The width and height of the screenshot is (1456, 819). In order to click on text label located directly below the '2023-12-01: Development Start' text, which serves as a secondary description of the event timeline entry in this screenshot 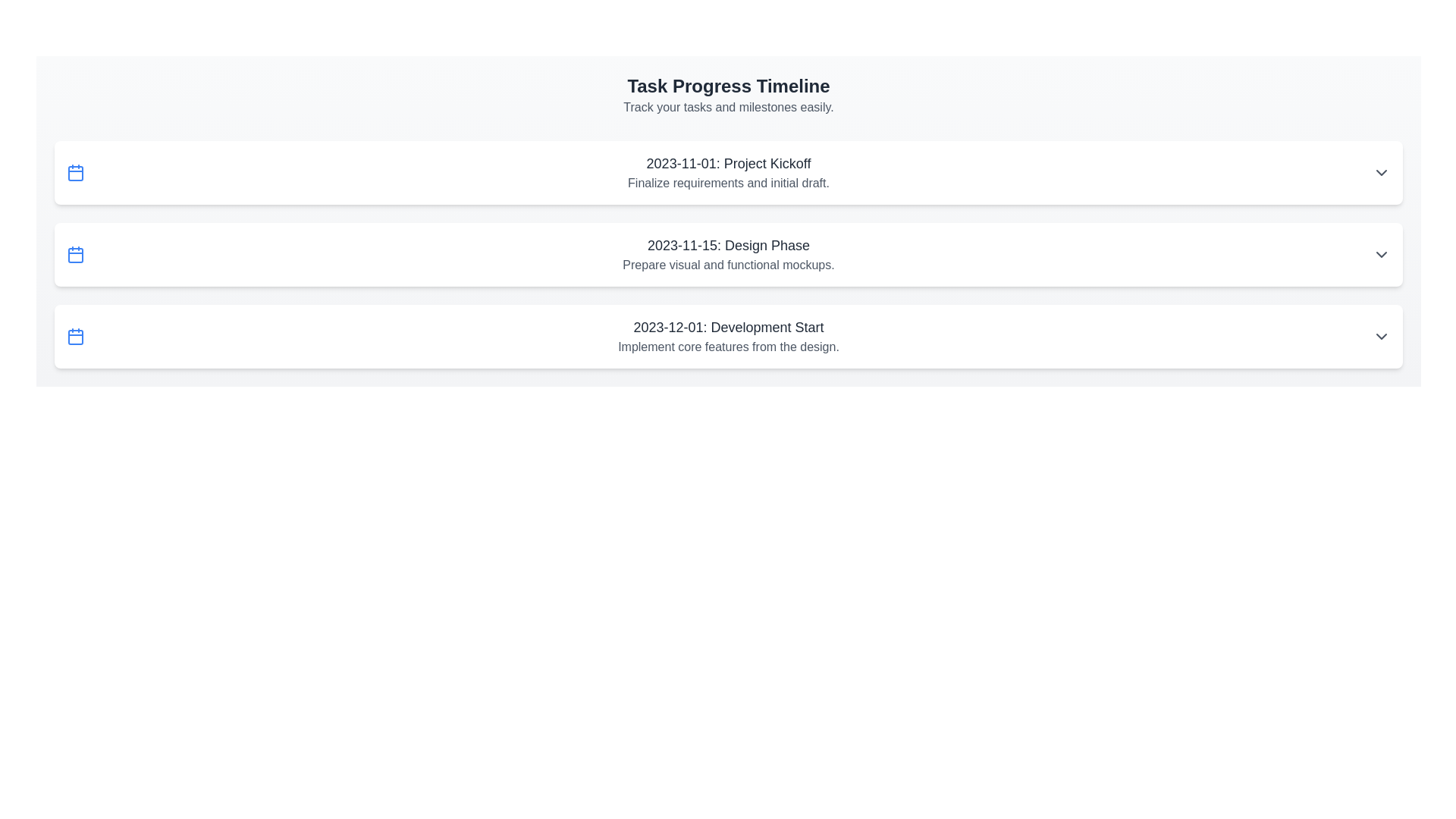, I will do `click(728, 347)`.